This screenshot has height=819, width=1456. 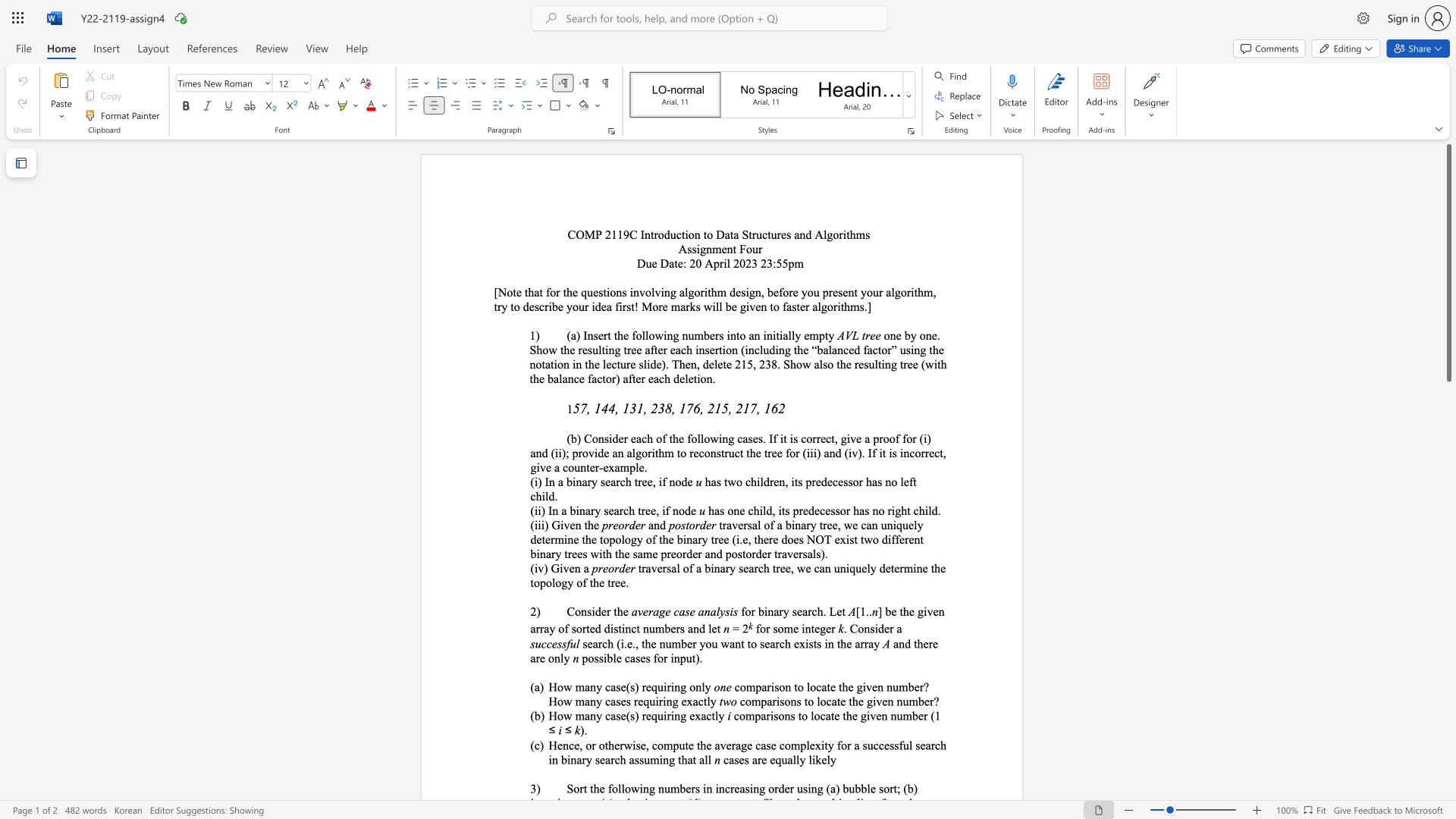 What do you see at coordinates (1448, 622) in the screenshot?
I see `the scrollbar to move the page downward` at bounding box center [1448, 622].